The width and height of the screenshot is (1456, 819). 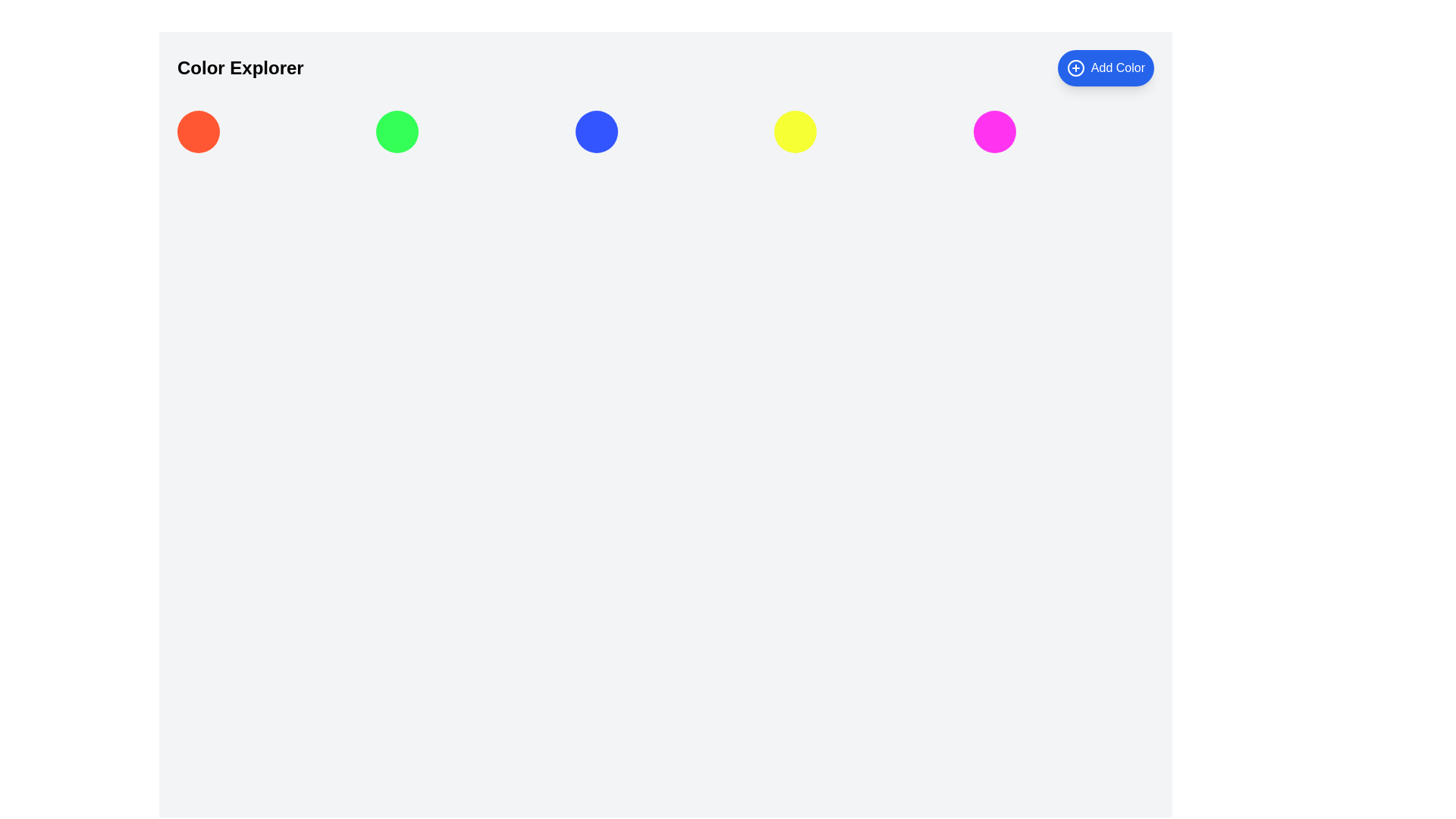 I want to click on the circular graphical component within the 'Add Color' button, which indicates functionality for adding or interacting with a color feature, so click(x=1075, y=67).